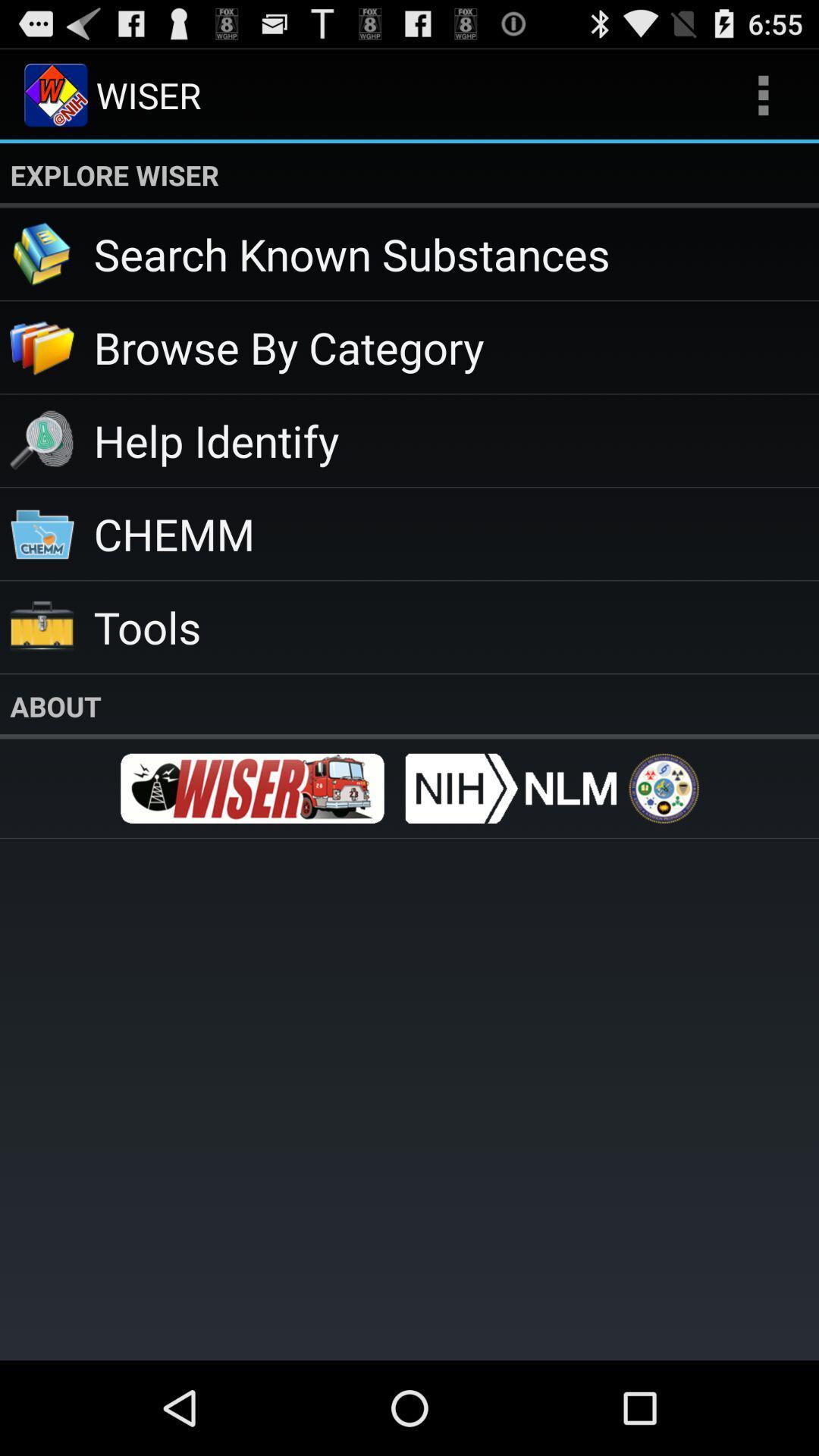 This screenshot has height=1456, width=819. What do you see at coordinates (455, 439) in the screenshot?
I see `the item above chemm app` at bounding box center [455, 439].